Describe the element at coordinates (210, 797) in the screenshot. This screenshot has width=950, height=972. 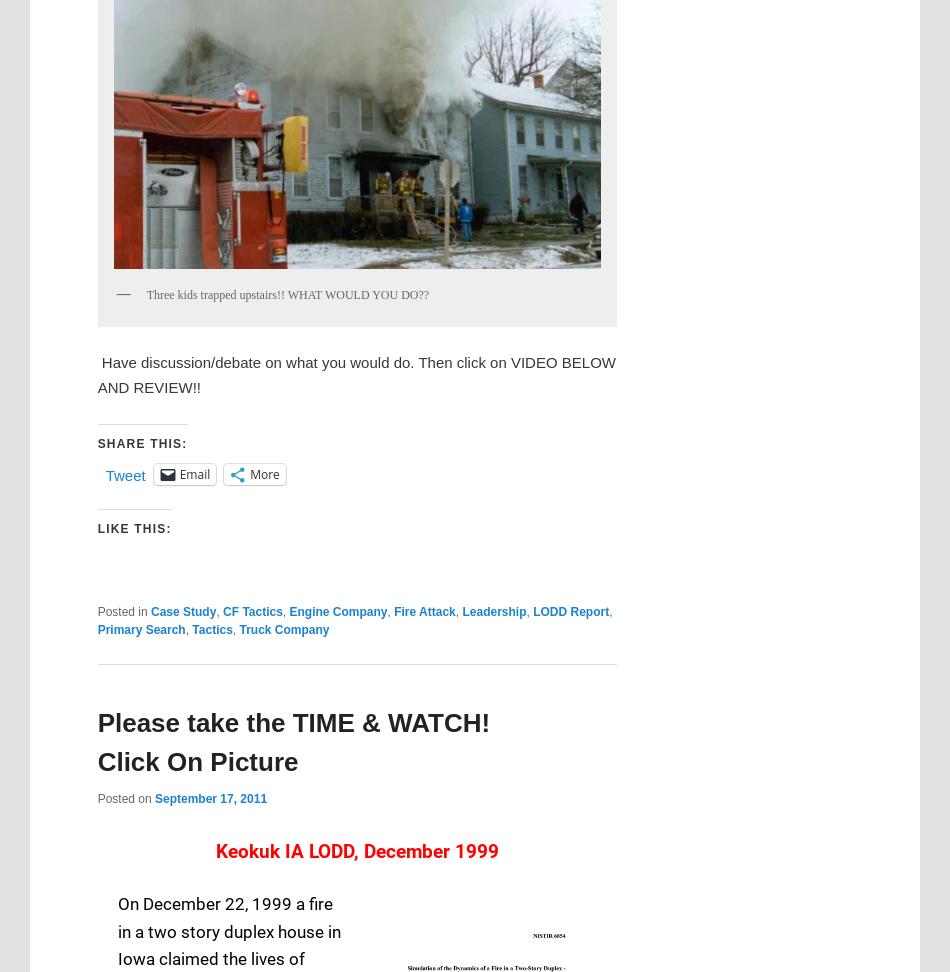
I see `'September 17, 2011'` at that location.